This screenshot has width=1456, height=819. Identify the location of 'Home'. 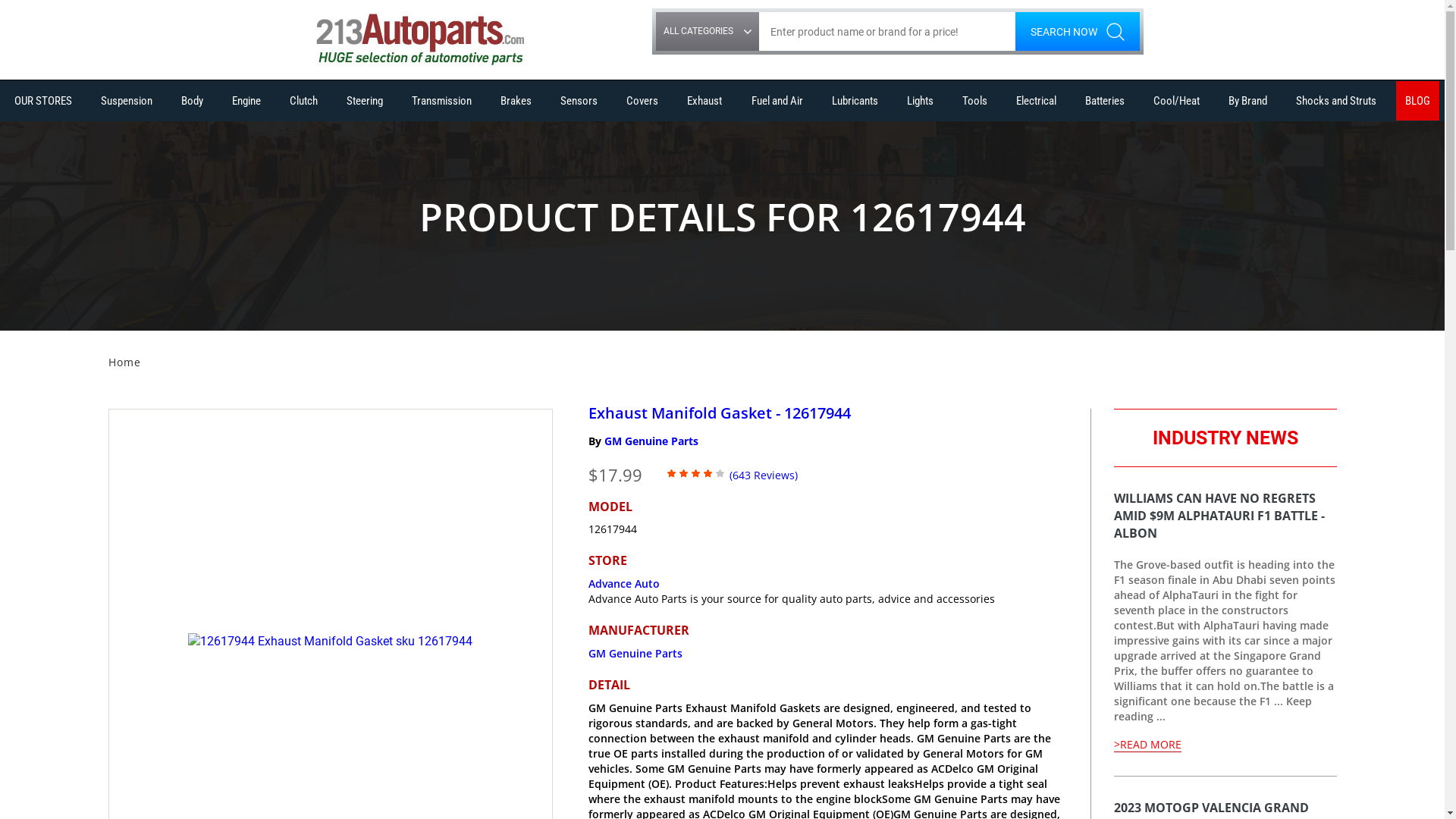
(107, 362).